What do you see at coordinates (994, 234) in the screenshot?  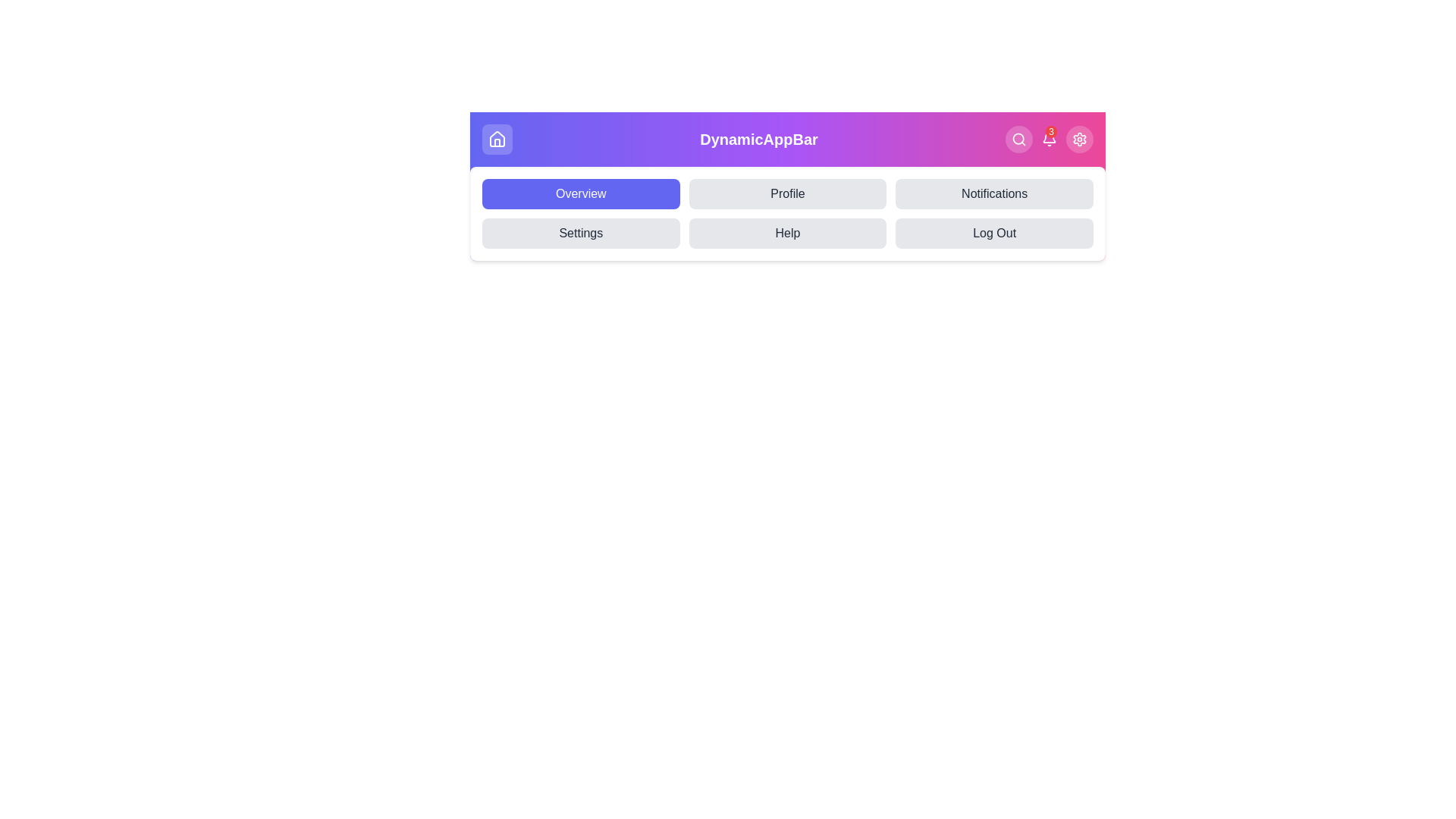 I see `the Log Out tab in the navigation menu` at bounding box center [994, 234].